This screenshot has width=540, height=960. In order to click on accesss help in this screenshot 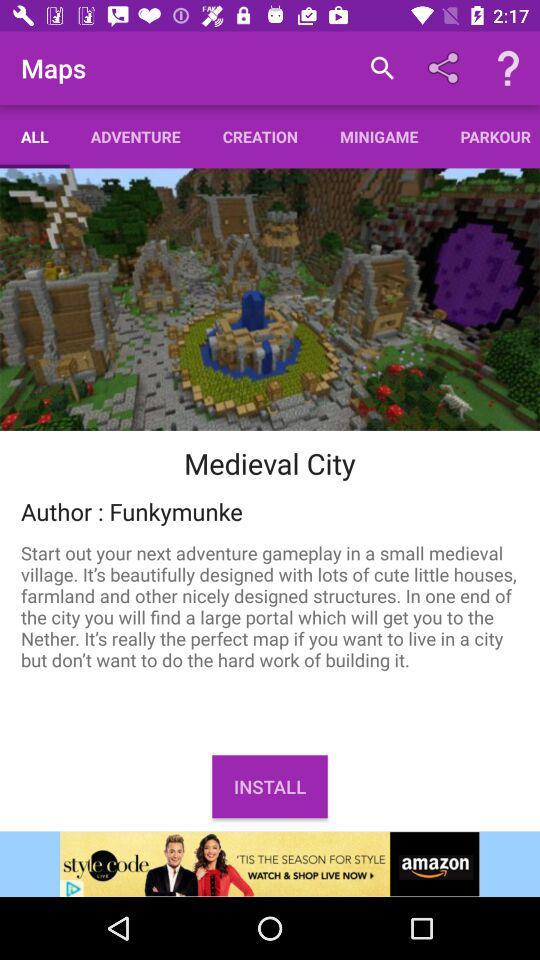, I will do `click(508, 68)`.